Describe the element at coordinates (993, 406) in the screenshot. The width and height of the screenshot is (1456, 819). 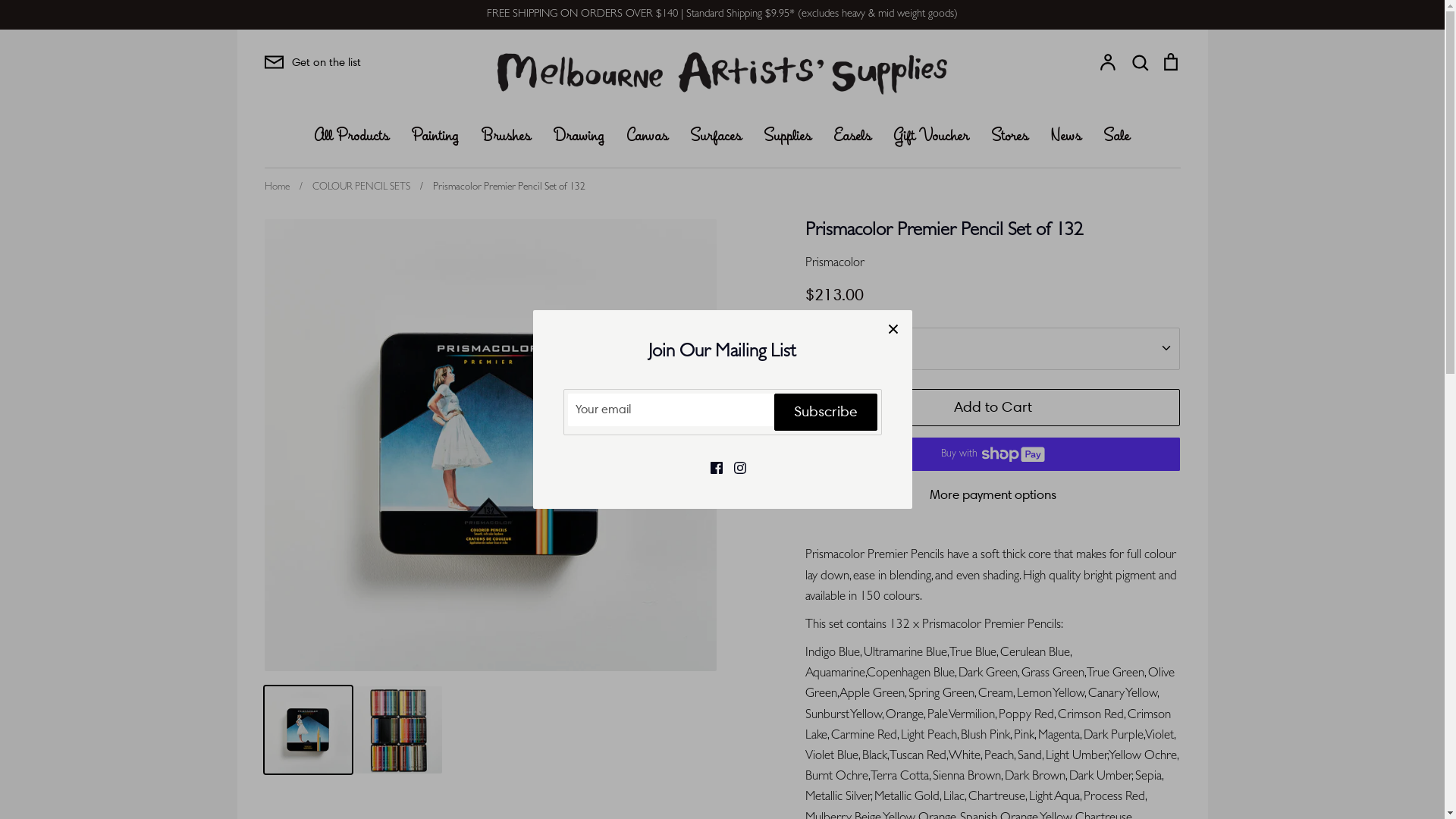
I see `'Add to Cart'` at that location.